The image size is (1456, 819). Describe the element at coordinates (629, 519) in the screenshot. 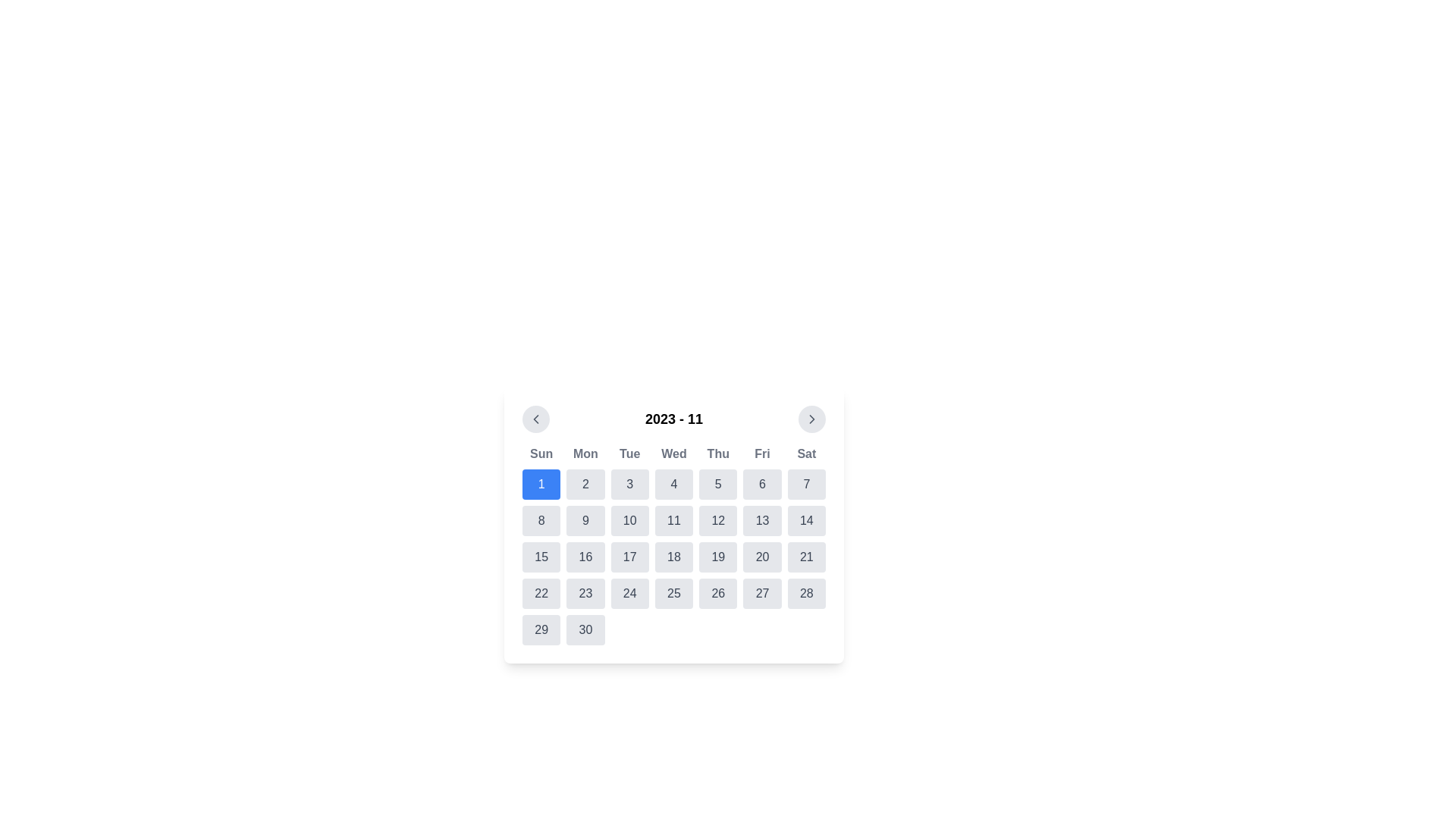

I see `the selectable day button representing the 10th day of the current month in the calendar to observe the background color change` at that location.